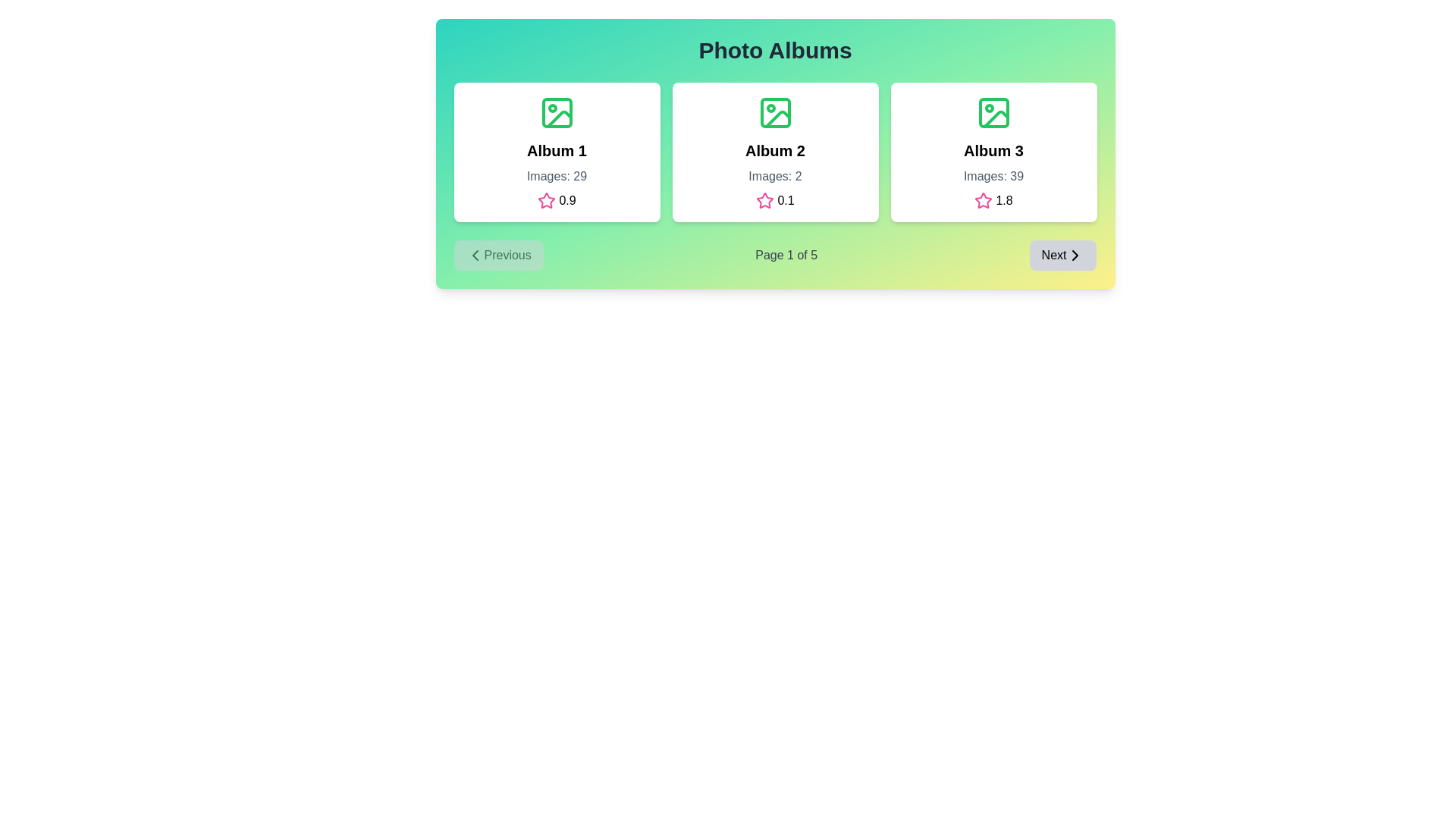  What do you see at coordinates (775, 49) in the screenshot?
I see `the title text element that indicates the context for the photo albums section, which is located at the top center of the interface` at bounding box center [775, 49].